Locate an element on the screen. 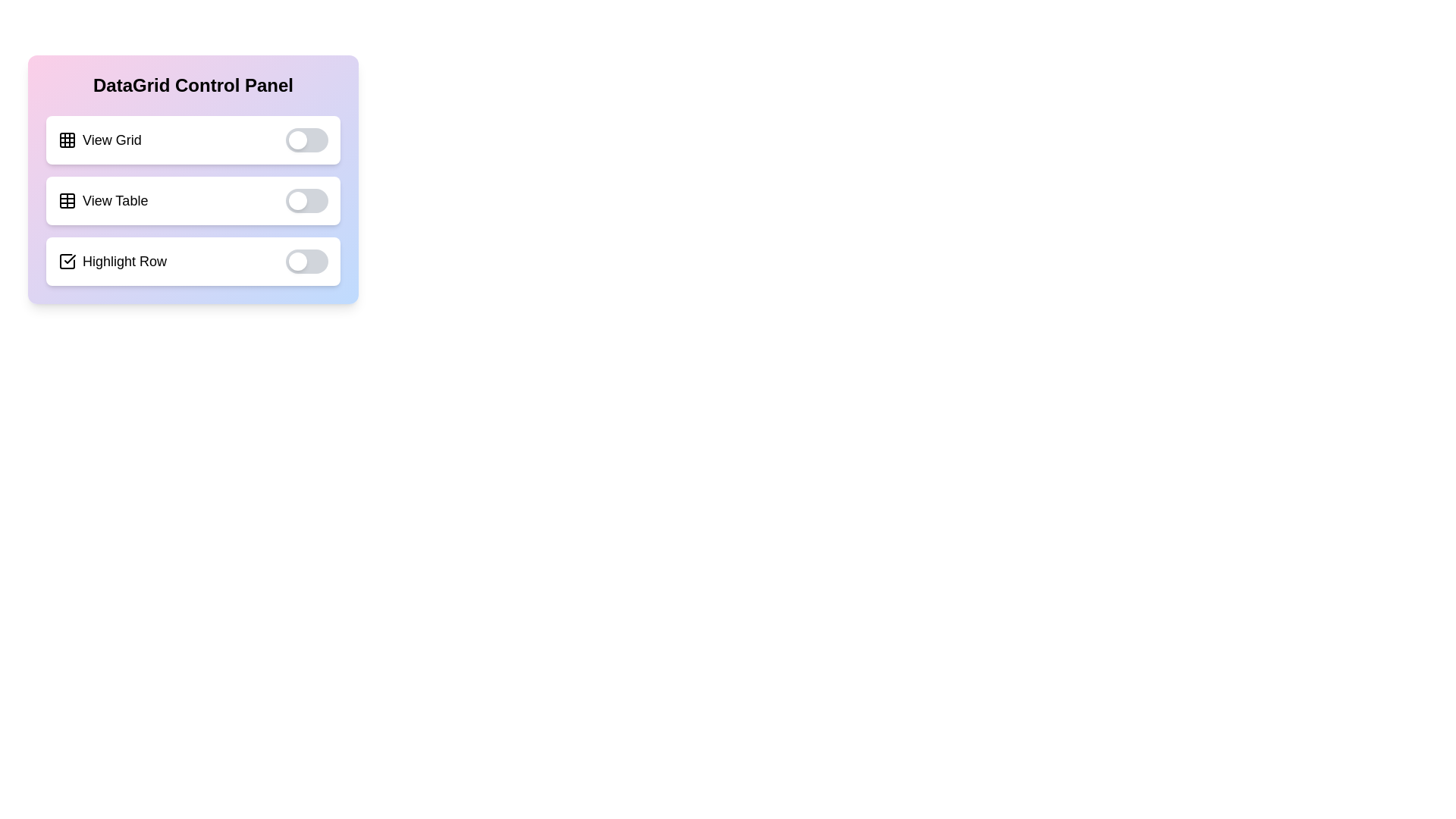 The height and width of the screenshot is (819, 1456). the text 'View Table' to select or focus on it is located at coordinates (192, 200).